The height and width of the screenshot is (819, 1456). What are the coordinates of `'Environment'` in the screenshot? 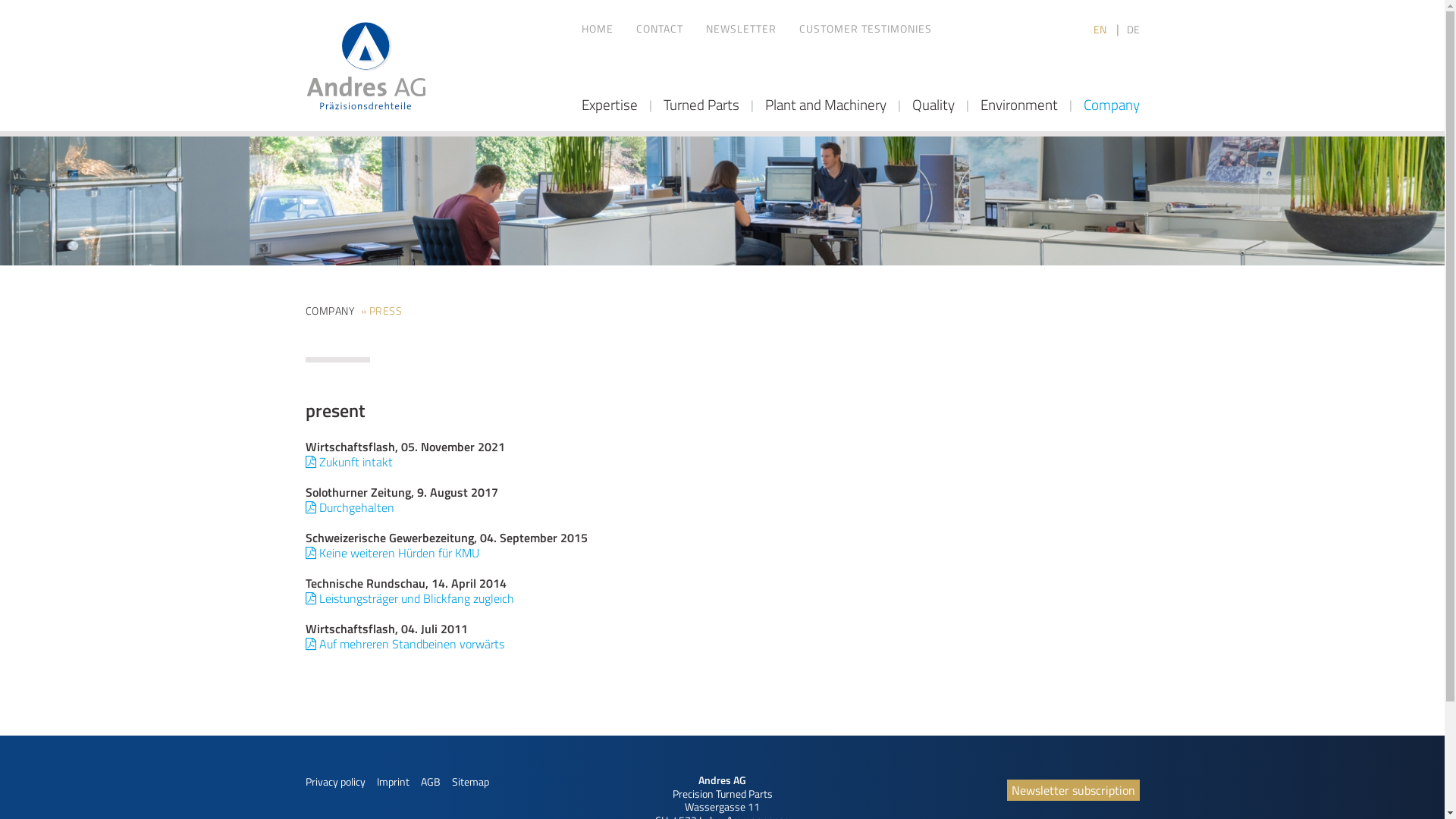 It's located at (1018, 104).